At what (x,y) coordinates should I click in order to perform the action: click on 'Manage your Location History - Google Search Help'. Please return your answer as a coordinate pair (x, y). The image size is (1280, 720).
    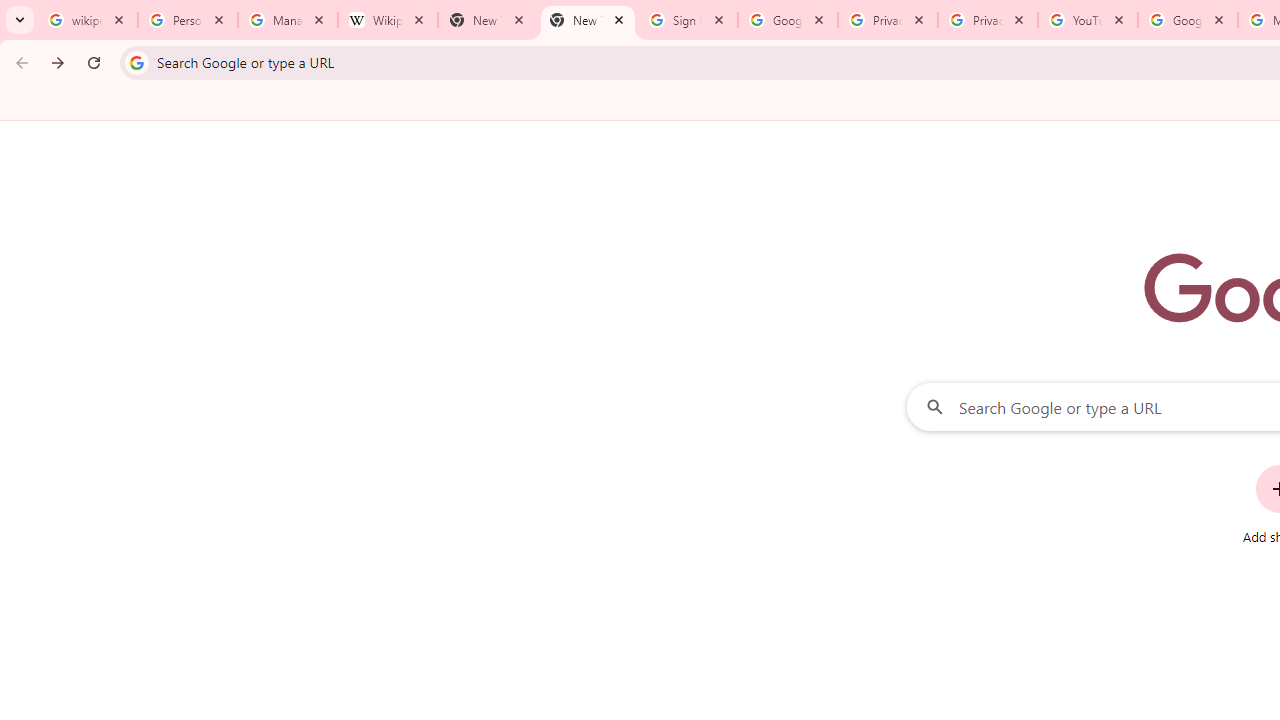
    Looking at the image, I should click on (287, 20).